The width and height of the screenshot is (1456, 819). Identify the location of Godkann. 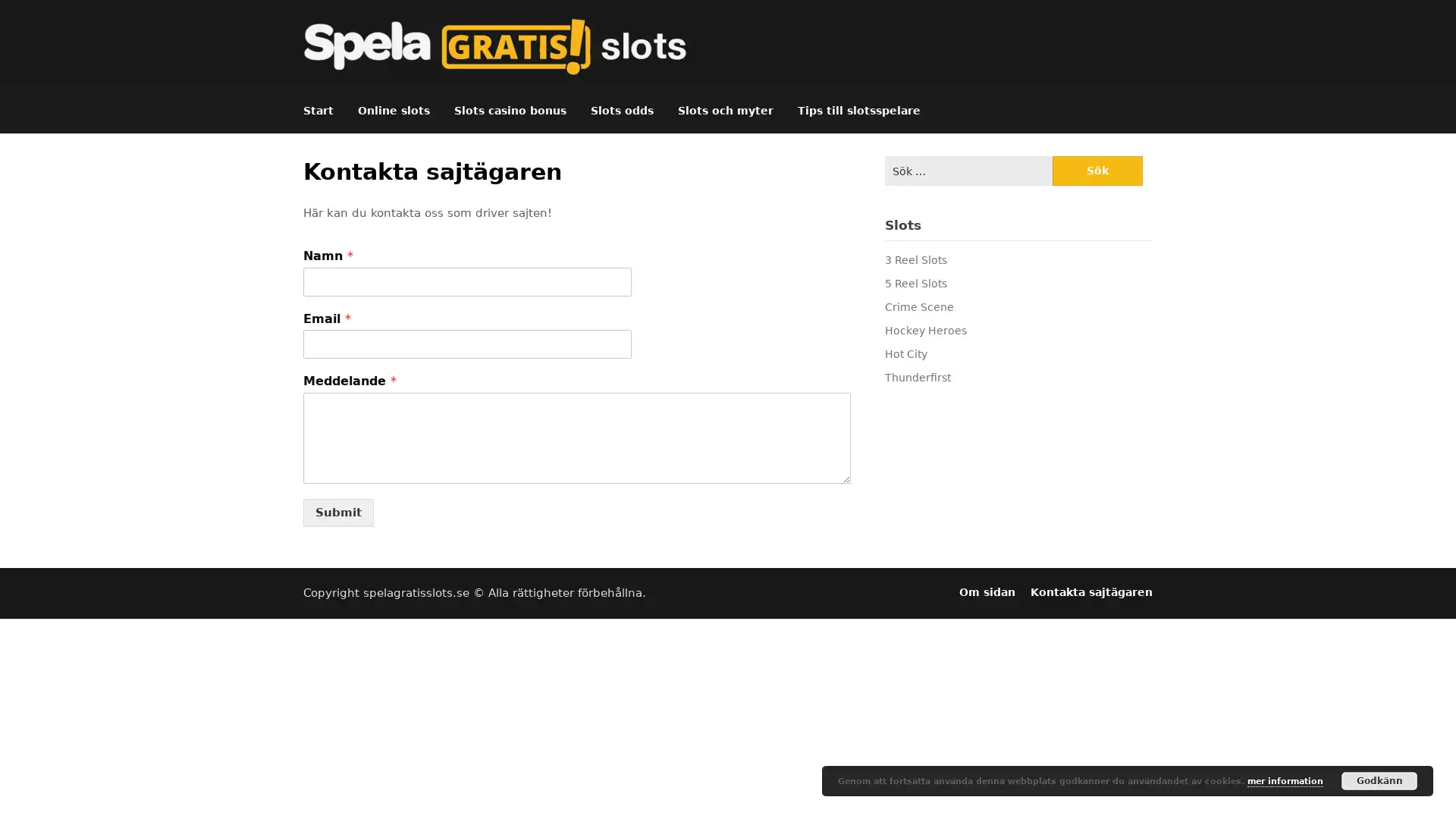
(1379, 780).